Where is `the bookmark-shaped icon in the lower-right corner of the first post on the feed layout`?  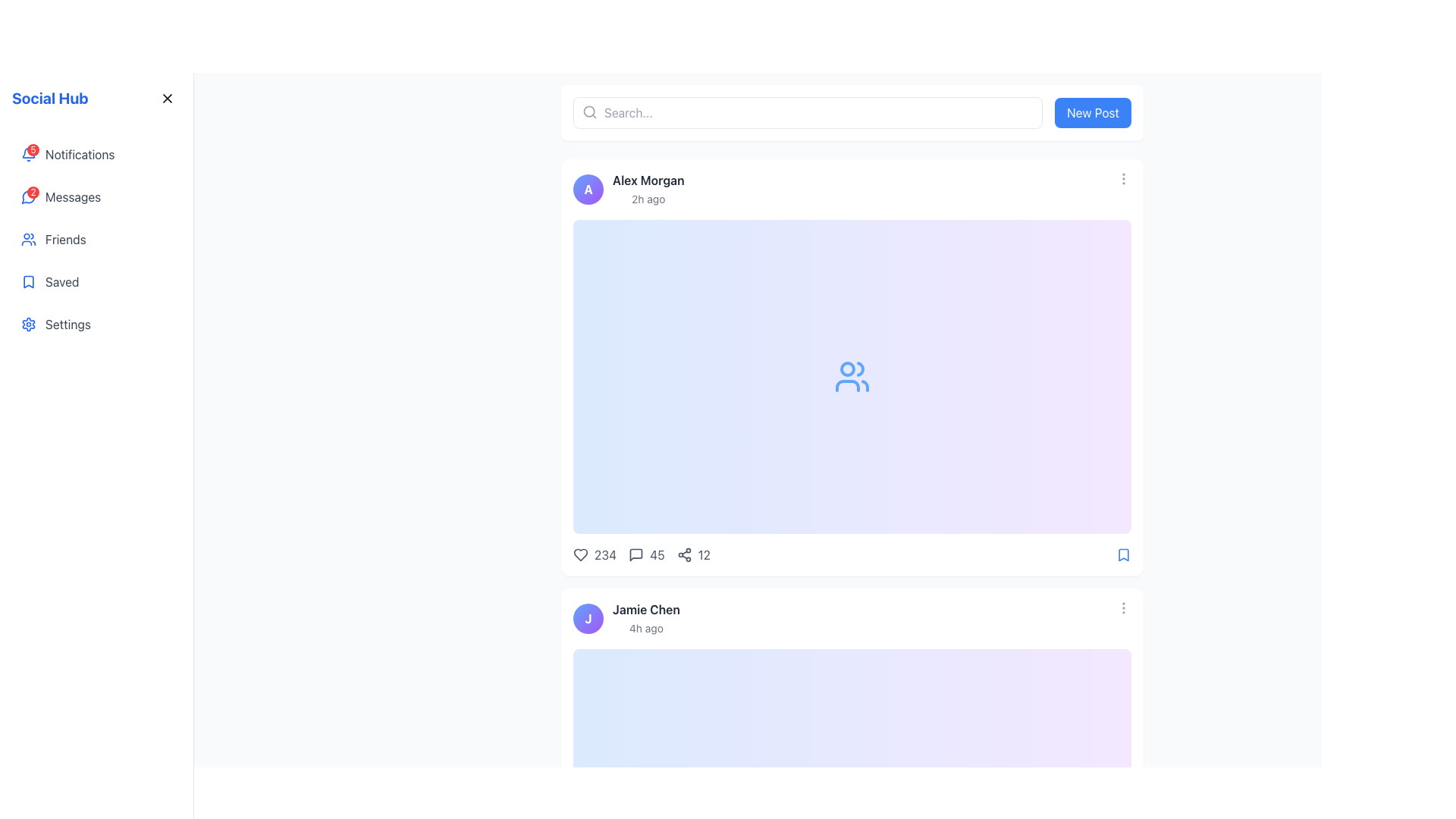 the bookmark-shaped icon in the lower-right corner of the first post on the feed layout is located at coordinates (1124, 555).